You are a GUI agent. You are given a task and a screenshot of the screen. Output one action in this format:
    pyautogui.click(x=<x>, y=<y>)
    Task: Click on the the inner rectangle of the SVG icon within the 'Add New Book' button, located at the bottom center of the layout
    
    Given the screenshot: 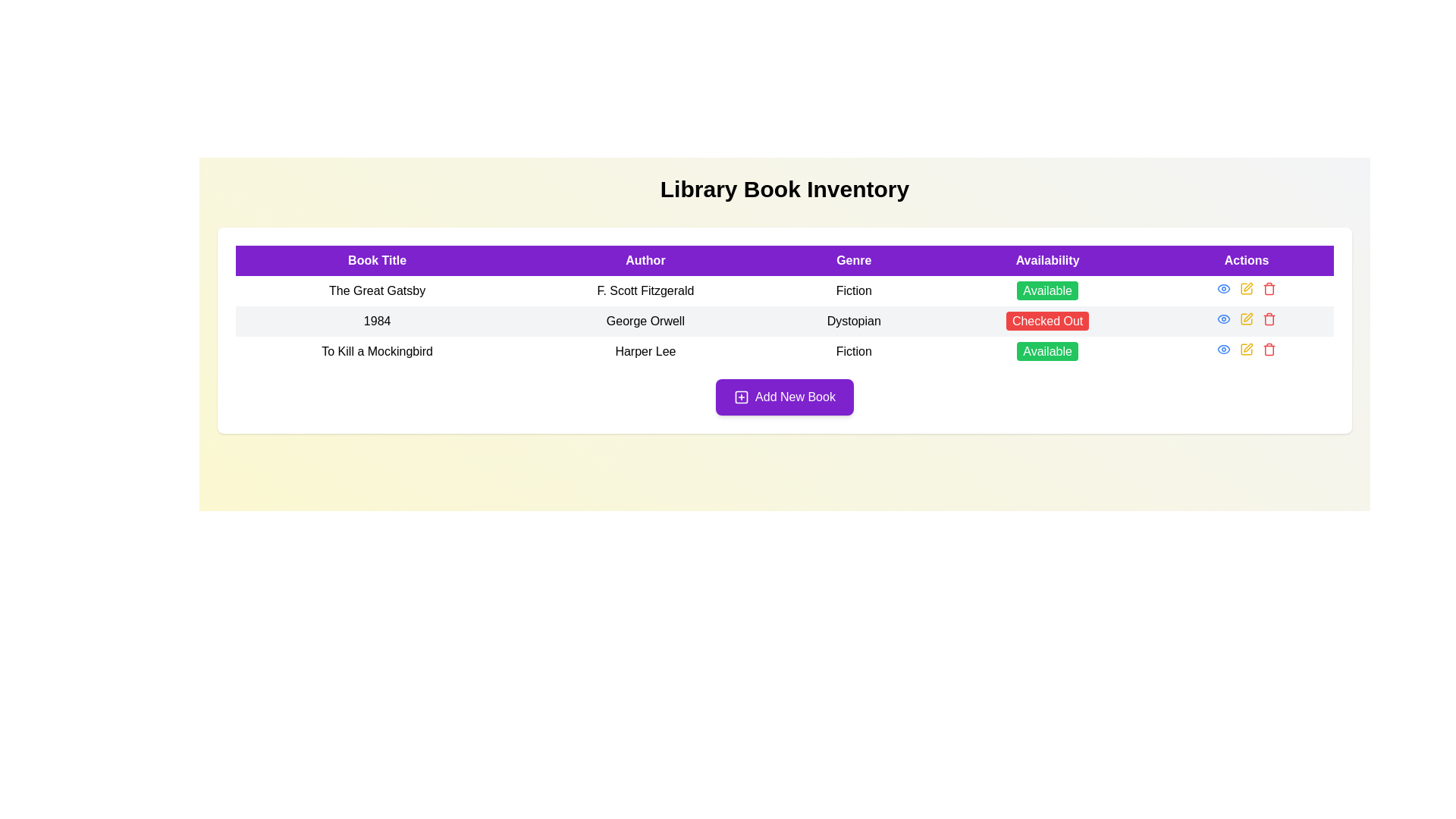 What is the action you would take?
    pyautogui.click(x=742, y=397)
    